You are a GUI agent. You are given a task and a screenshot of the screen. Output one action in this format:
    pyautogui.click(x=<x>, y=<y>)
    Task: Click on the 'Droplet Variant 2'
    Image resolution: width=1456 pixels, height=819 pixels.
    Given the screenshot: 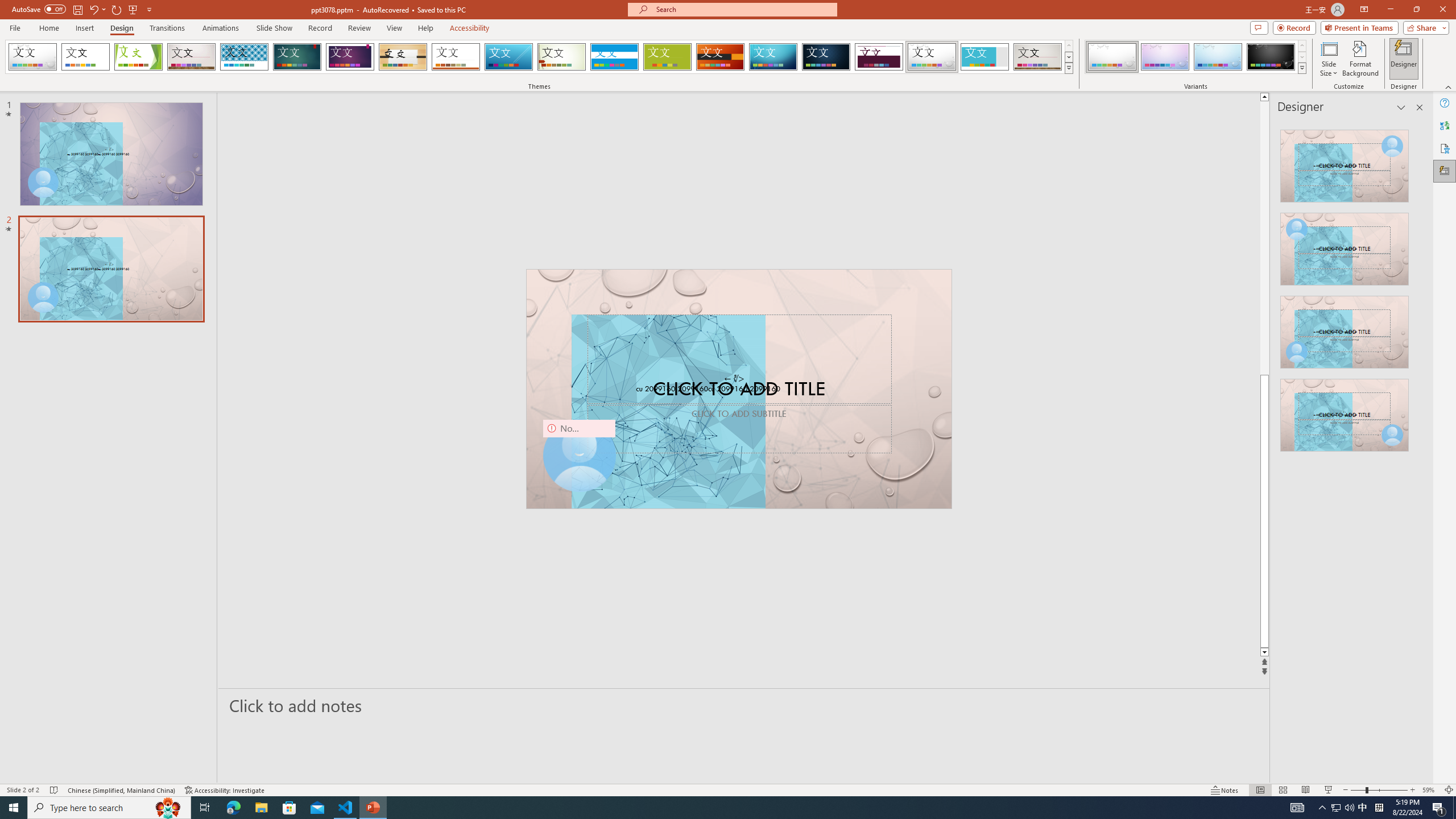 What is the action you would take?
    pyautogui.click(x=1164, y=56)
    